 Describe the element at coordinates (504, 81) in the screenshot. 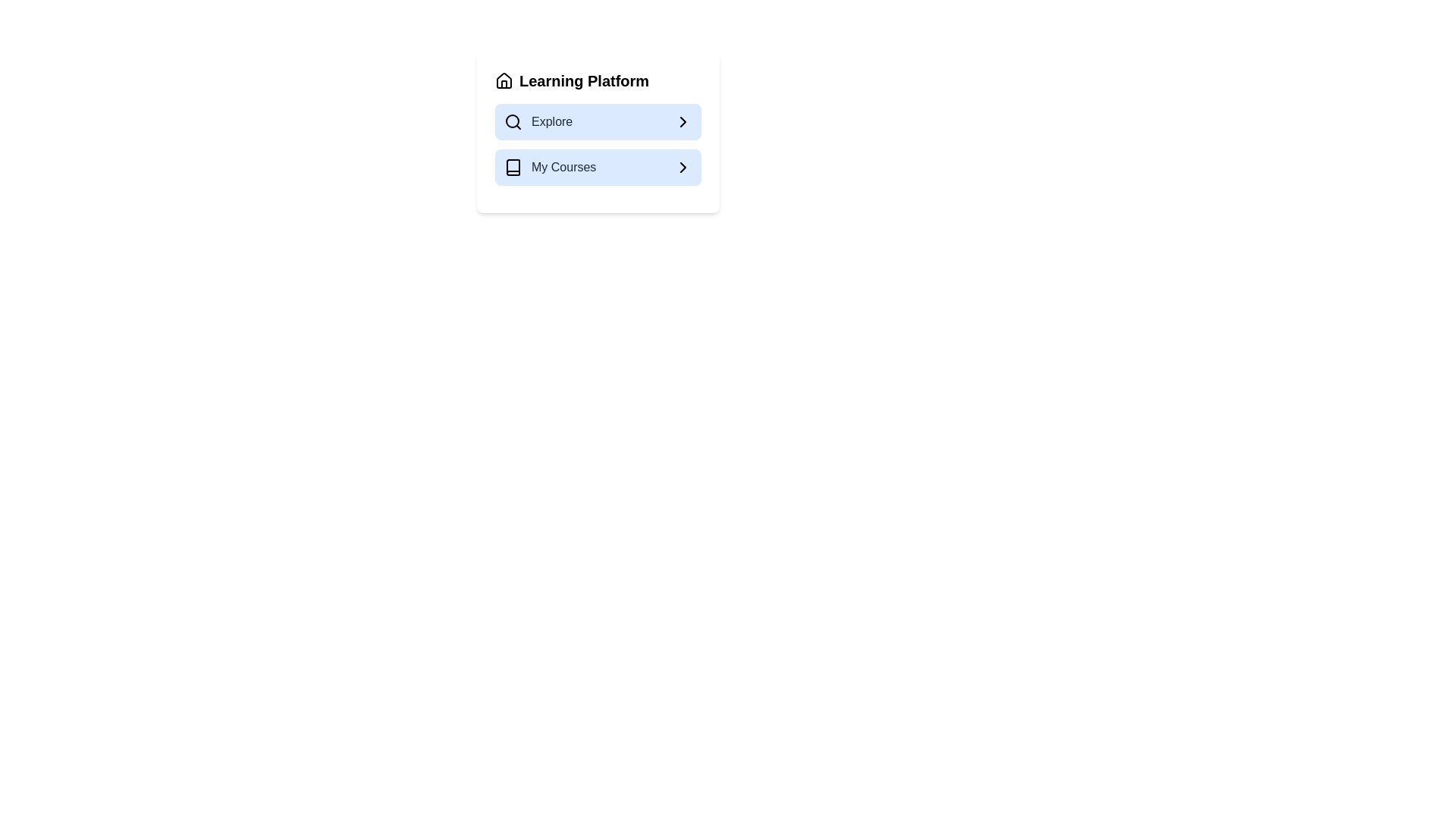

I see `the small black house-shaped icon positioned to the left of the 'Learning Platform' text in the upper section of the interface` at that location.